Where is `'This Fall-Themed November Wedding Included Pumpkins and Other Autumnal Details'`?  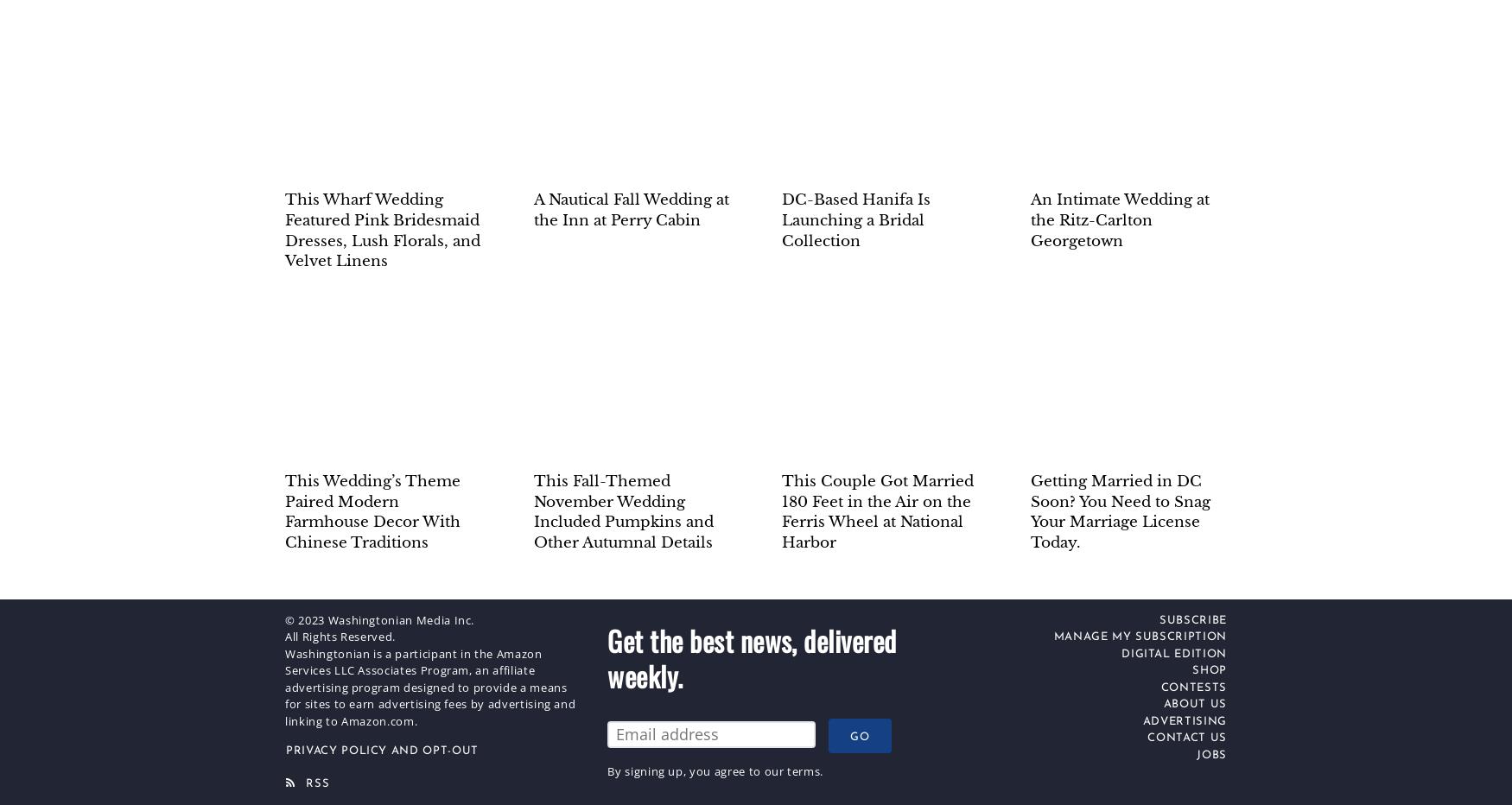 'This Fall-Themed November Wedding Included Pumpkins and Other Autumnal Details' is located at coordinates (623, 510).